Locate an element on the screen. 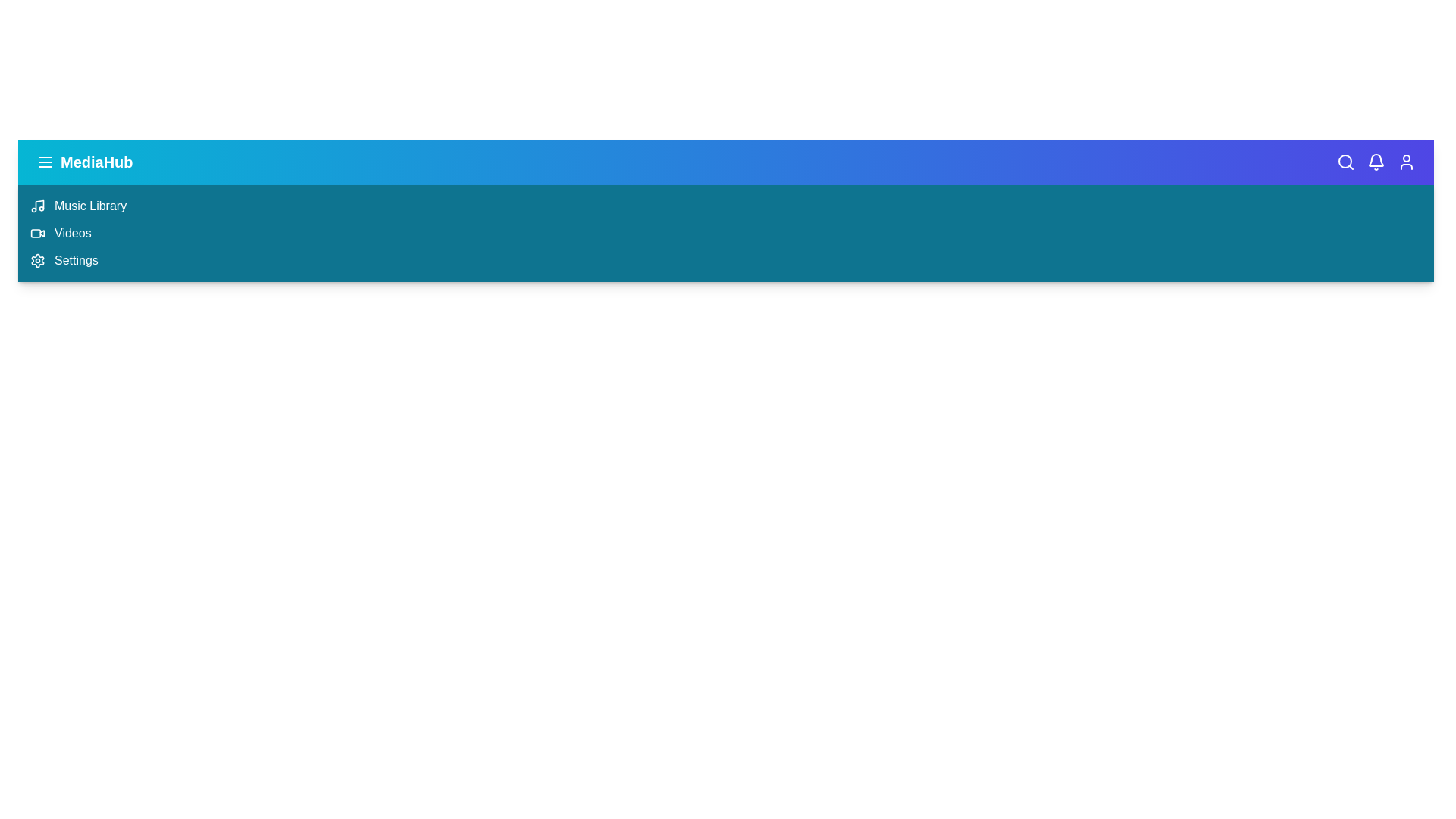 The width and height of the screenshot is (1456, 819). the 'Music Library' option in the menu is located at coordinates (89, 206).